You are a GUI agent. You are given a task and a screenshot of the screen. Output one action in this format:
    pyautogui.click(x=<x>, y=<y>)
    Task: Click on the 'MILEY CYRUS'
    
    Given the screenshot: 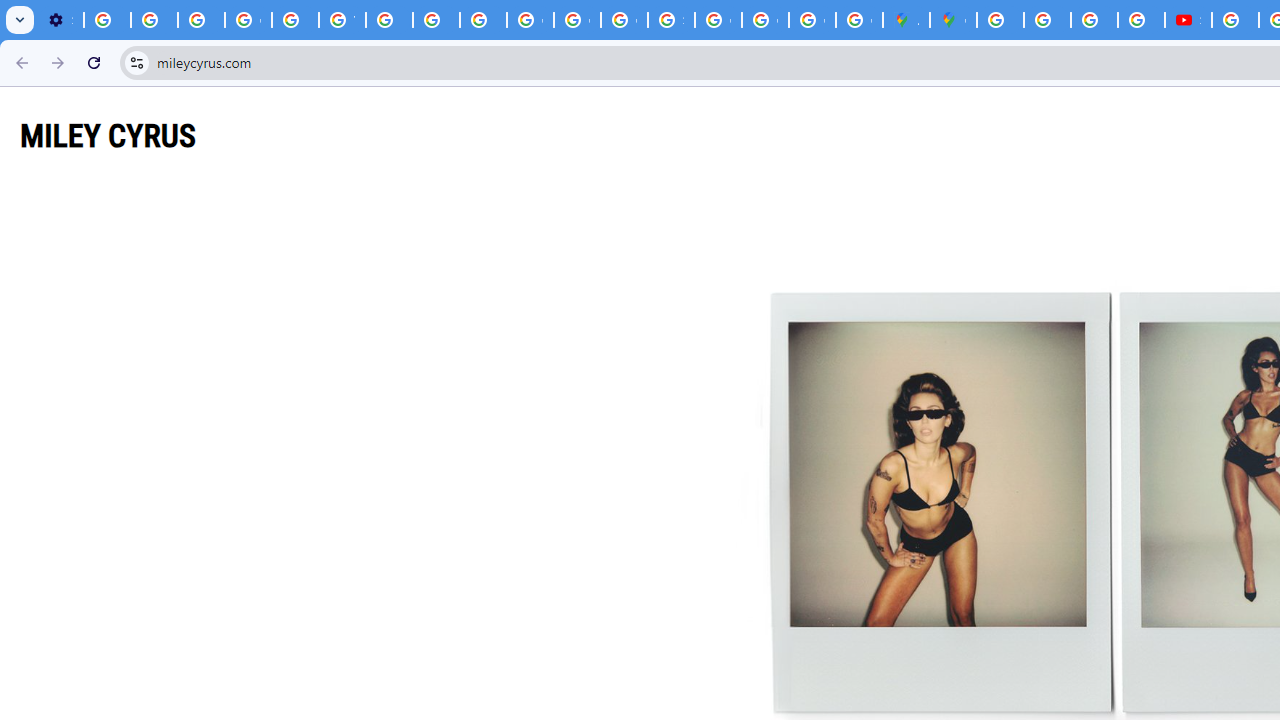 What is the action you would take?
    pyautogui.click(x=107, y=135)
    